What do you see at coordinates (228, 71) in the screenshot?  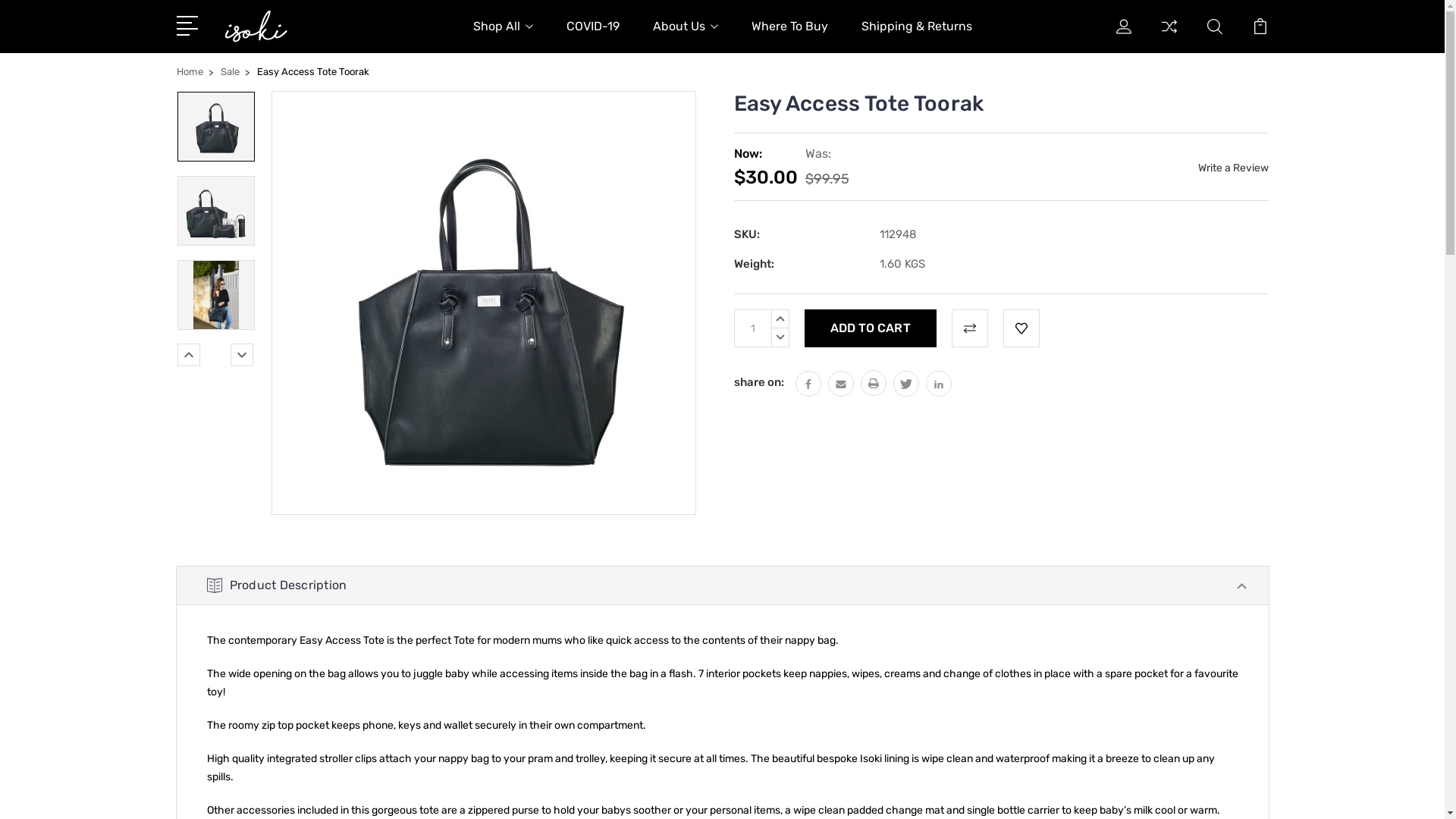 I see `'Sale'` at bounding box center [228, 71].